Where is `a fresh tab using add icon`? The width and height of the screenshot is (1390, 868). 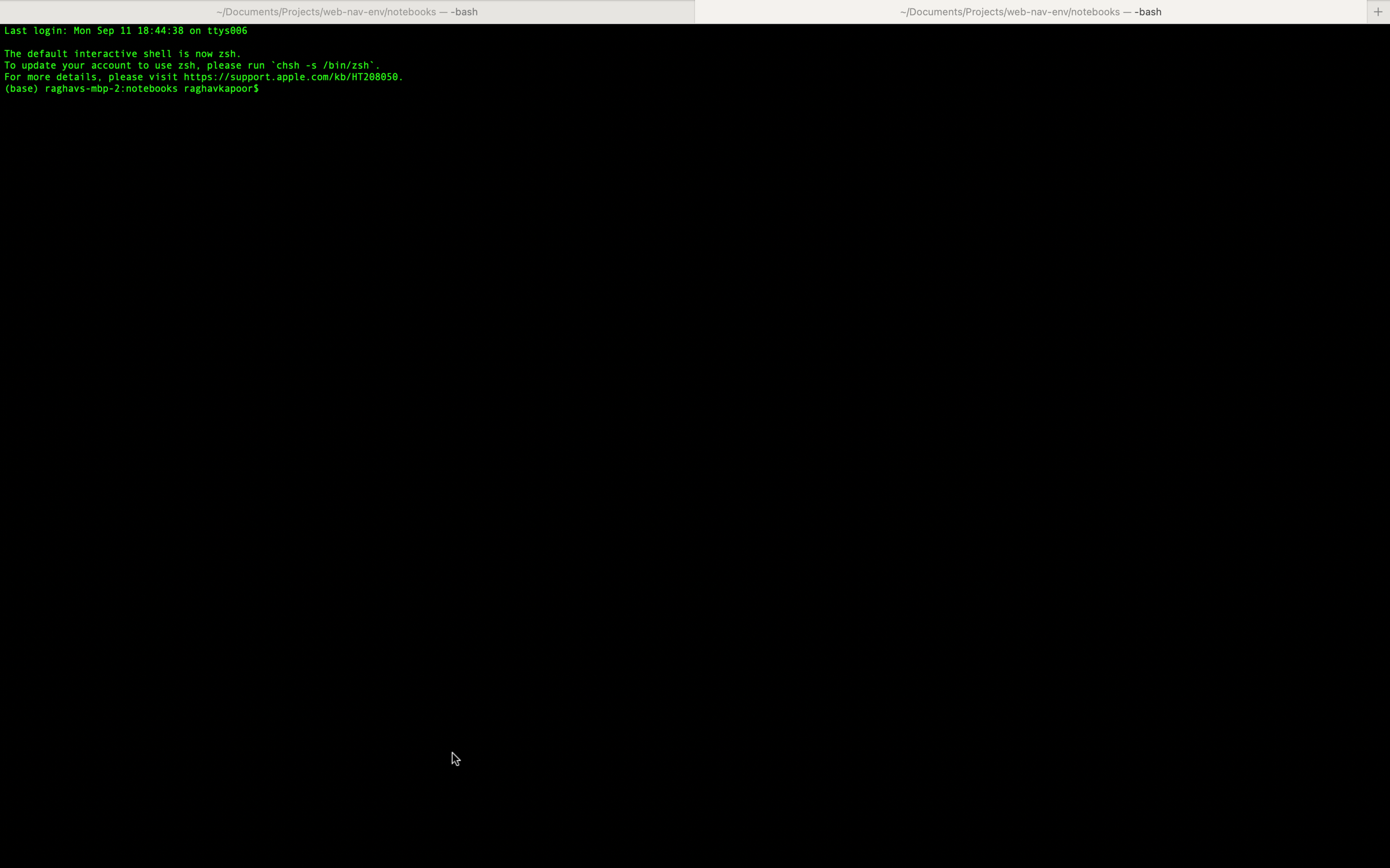 a fresh tab using add icon is located at coordinates (1379, 11).